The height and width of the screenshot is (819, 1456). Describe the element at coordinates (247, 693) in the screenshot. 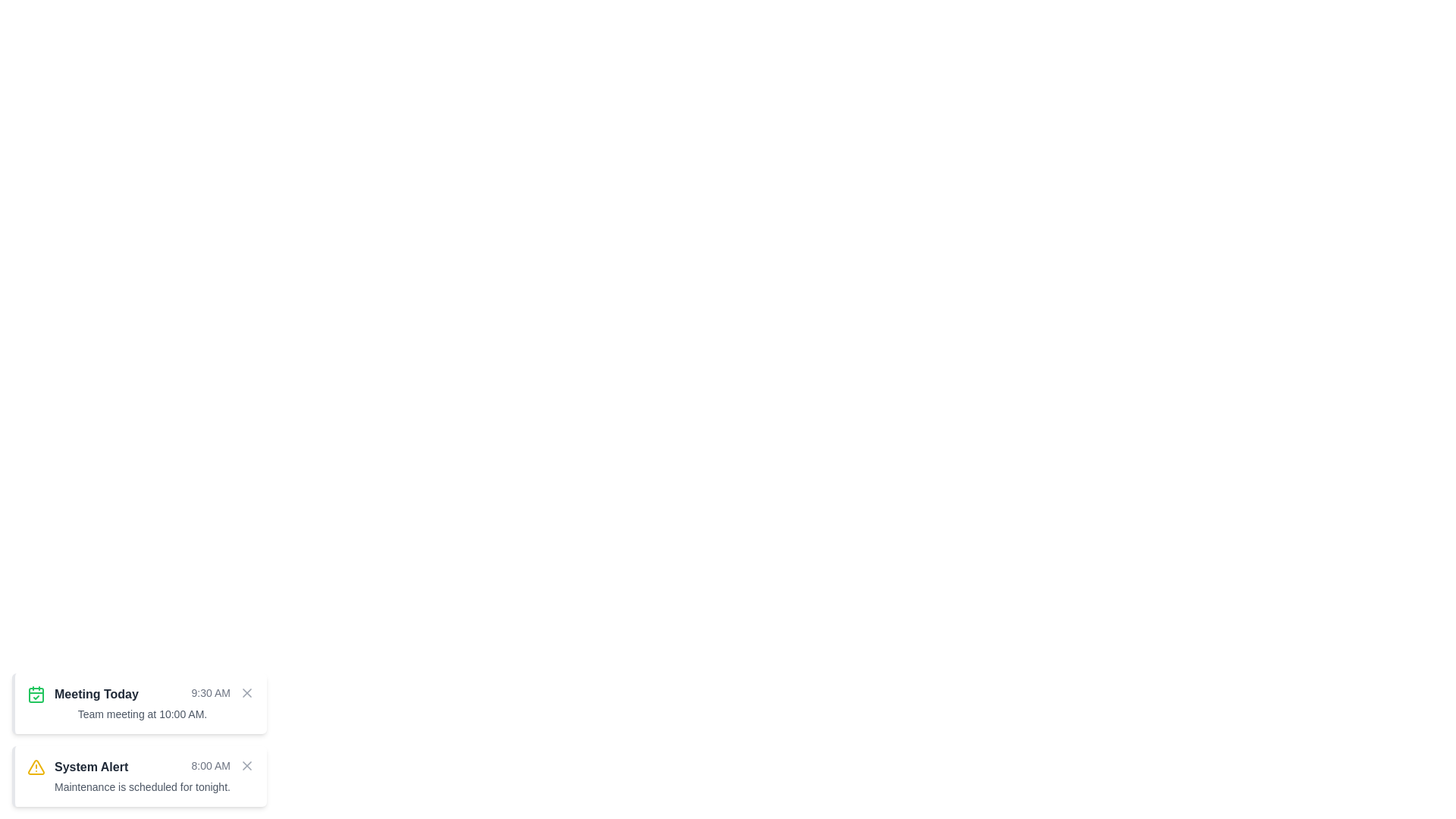

I see `the close button located at the top-right corner of the 'Meeting Today' notification card` at that location.